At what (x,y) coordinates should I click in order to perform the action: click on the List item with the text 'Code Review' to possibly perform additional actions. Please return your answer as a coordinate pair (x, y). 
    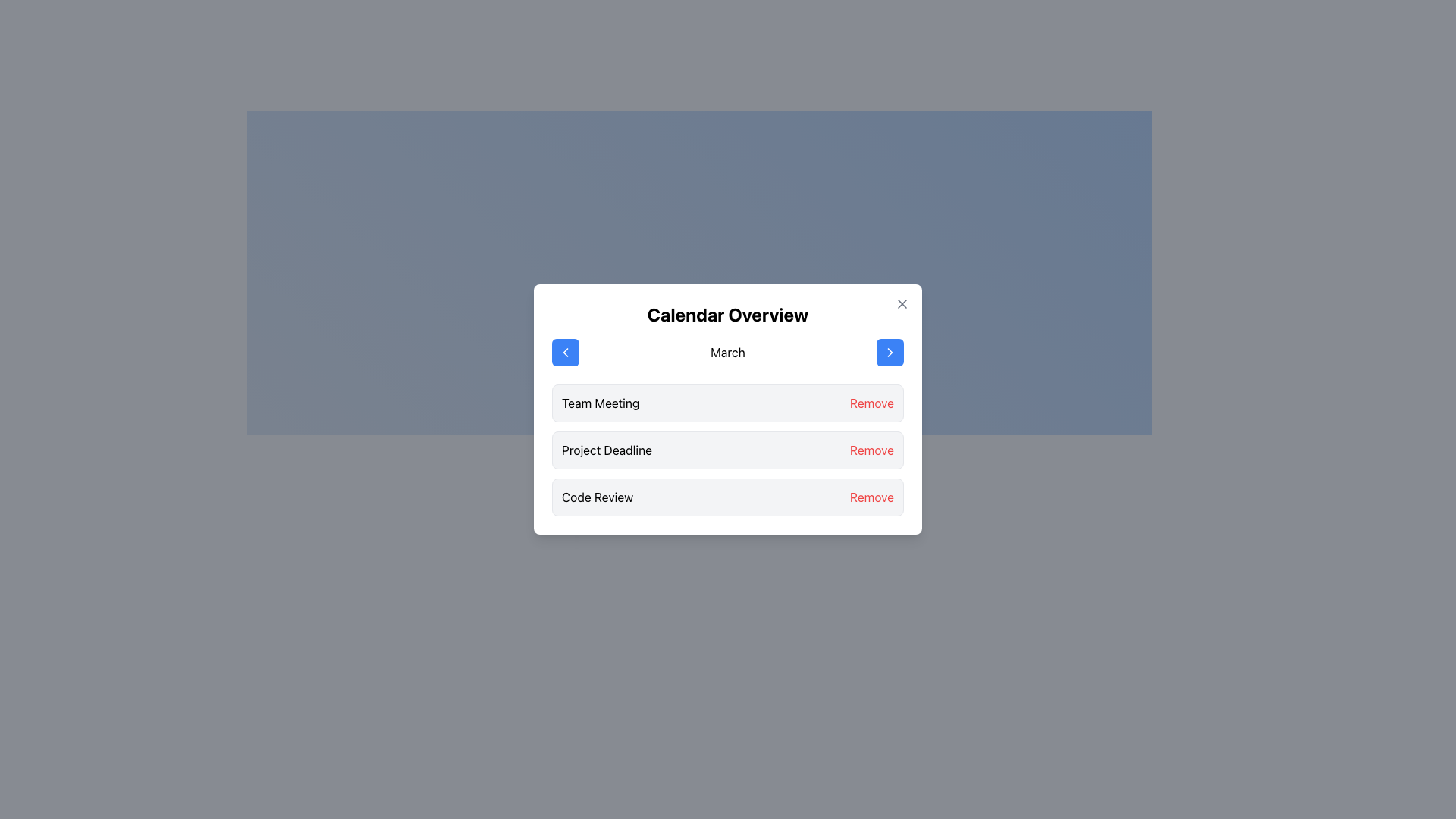
    Looking at the image, I should click on (728, 497).